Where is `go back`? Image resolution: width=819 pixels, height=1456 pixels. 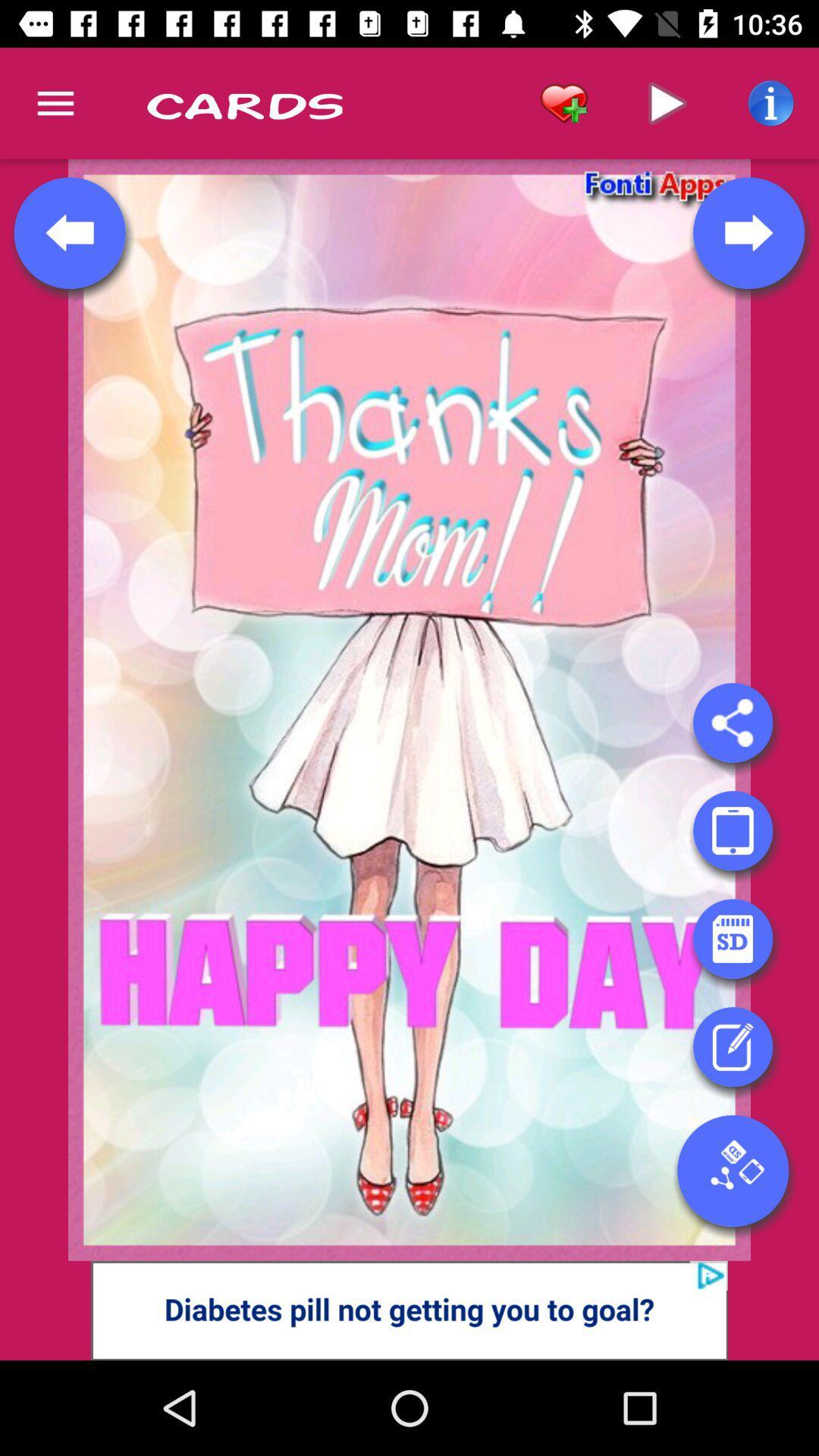
go back is located at coordinates (70, 232).